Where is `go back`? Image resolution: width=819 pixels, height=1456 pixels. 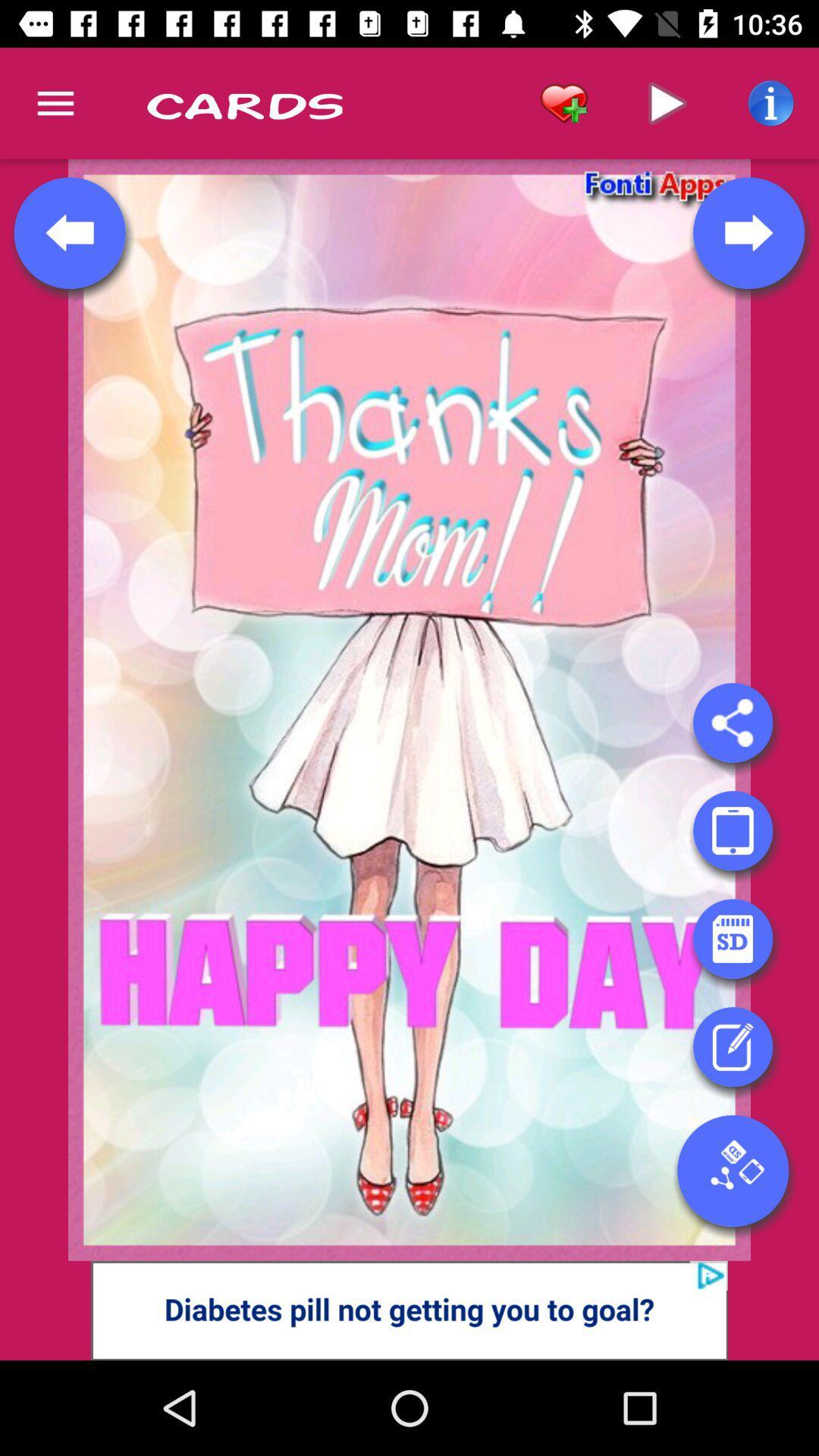
go back is located at coordinates (70, 232).